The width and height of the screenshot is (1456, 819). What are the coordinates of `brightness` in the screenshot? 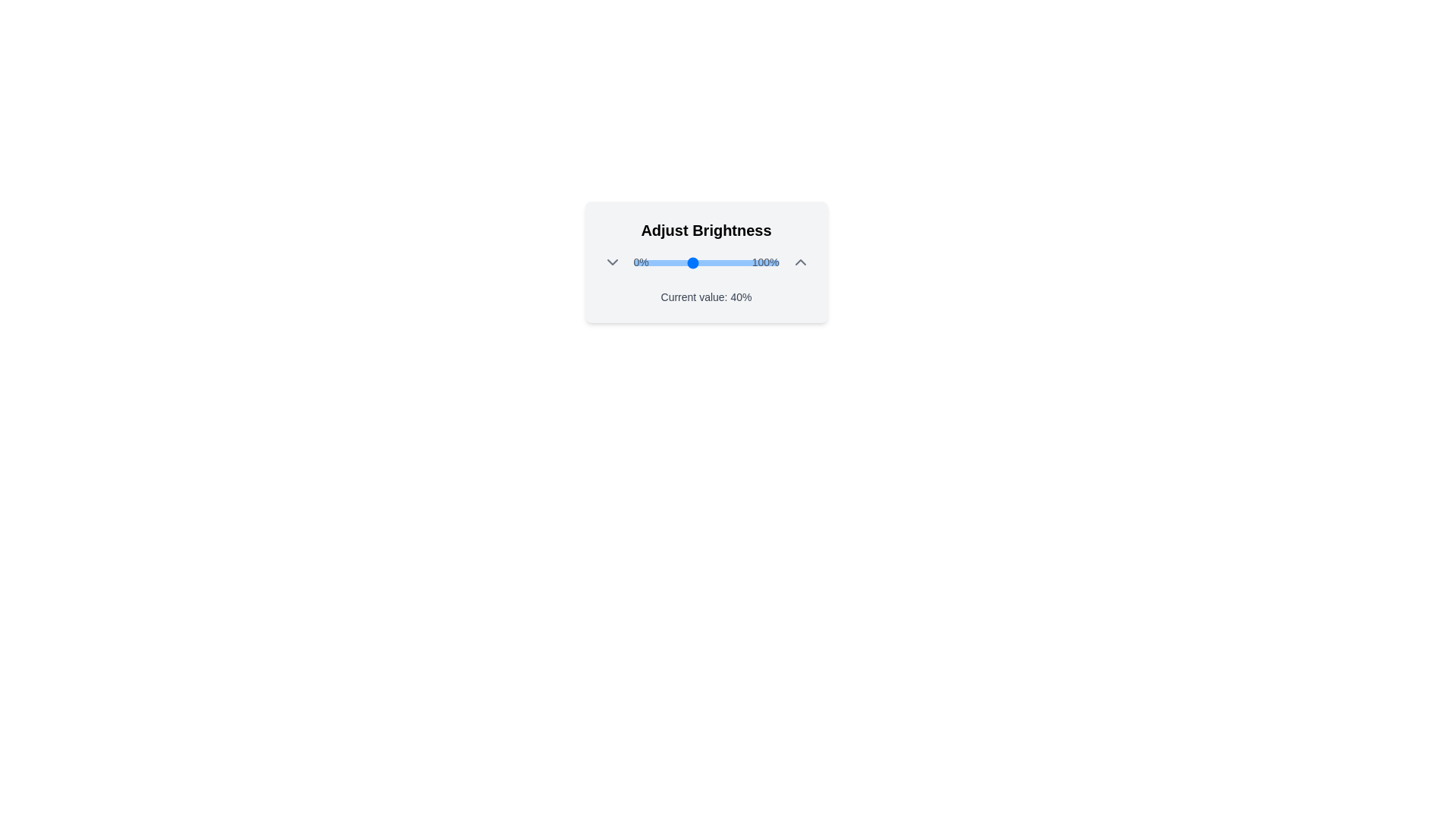 It's located at (679, 262).